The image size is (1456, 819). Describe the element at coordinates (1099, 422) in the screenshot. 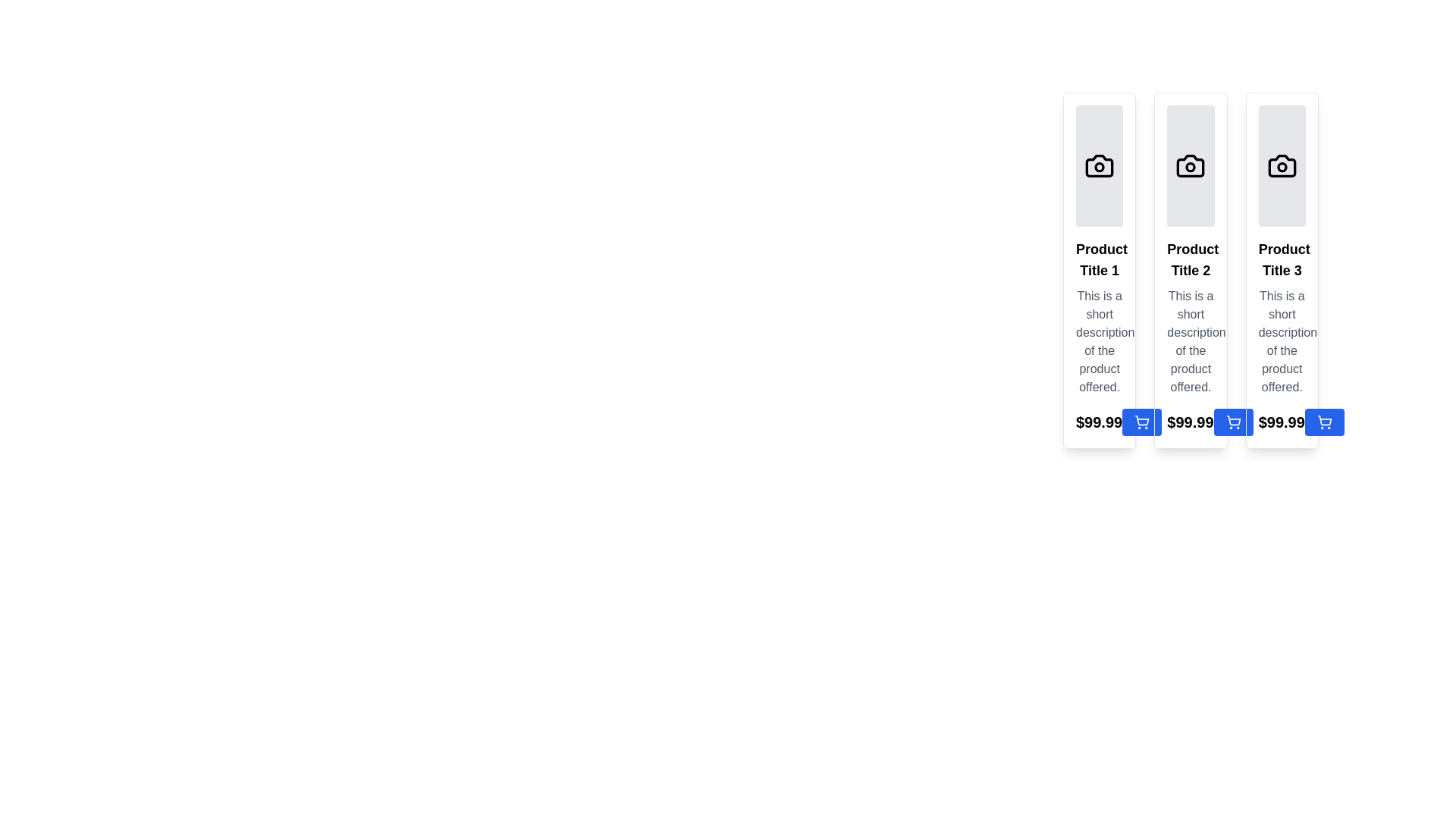

I see `the Text label displaying the price of 'Product Title 1' in the leftmost product card` at that location.